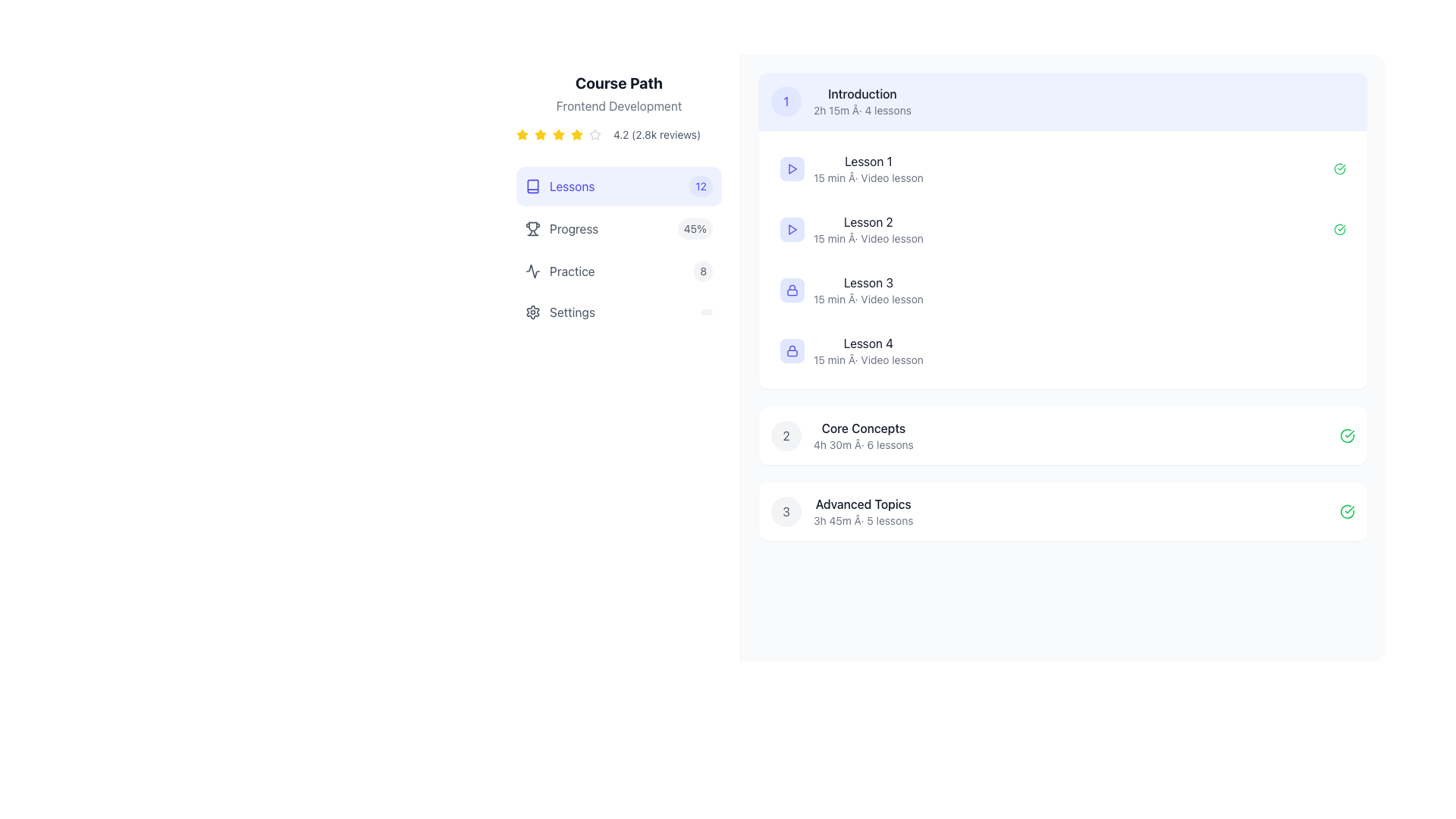  I want to click on the first list item header for the course lesson located at the top of the lesson section, so click(840, 102).